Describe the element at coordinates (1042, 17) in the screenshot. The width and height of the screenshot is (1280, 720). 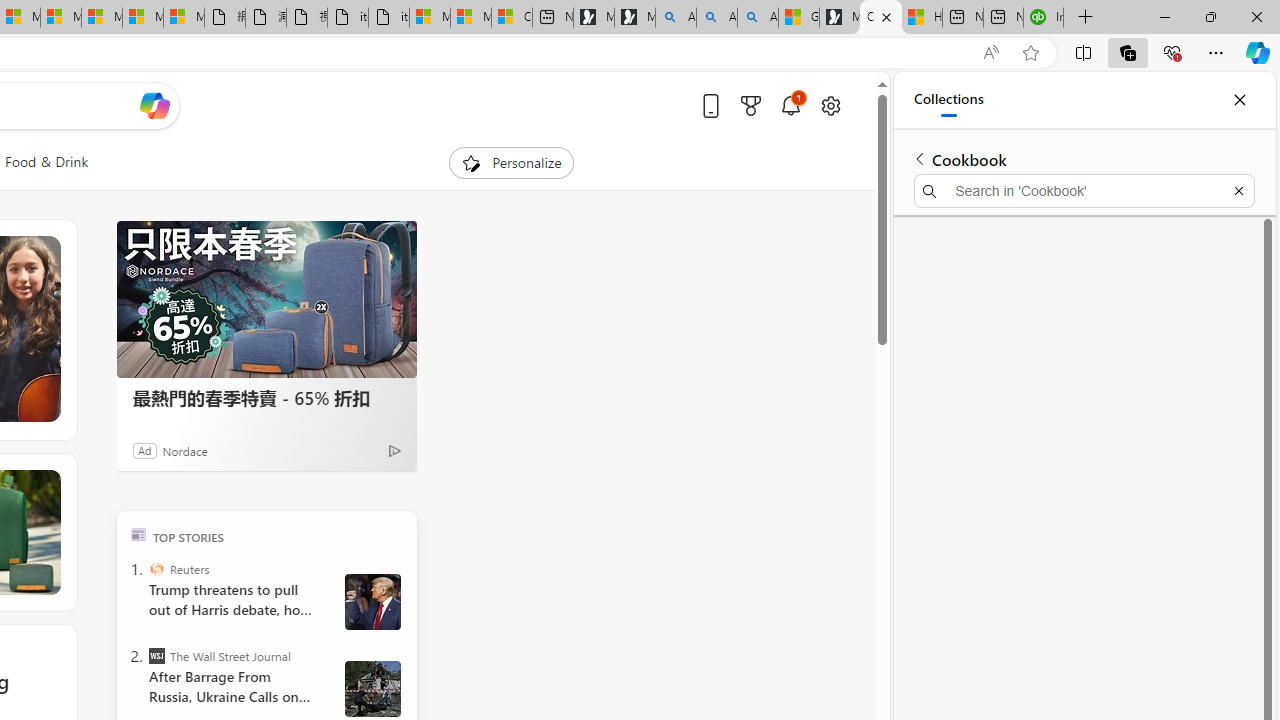
I see `'Intuit QuickBooks Online - Quickbooks'` at that location.